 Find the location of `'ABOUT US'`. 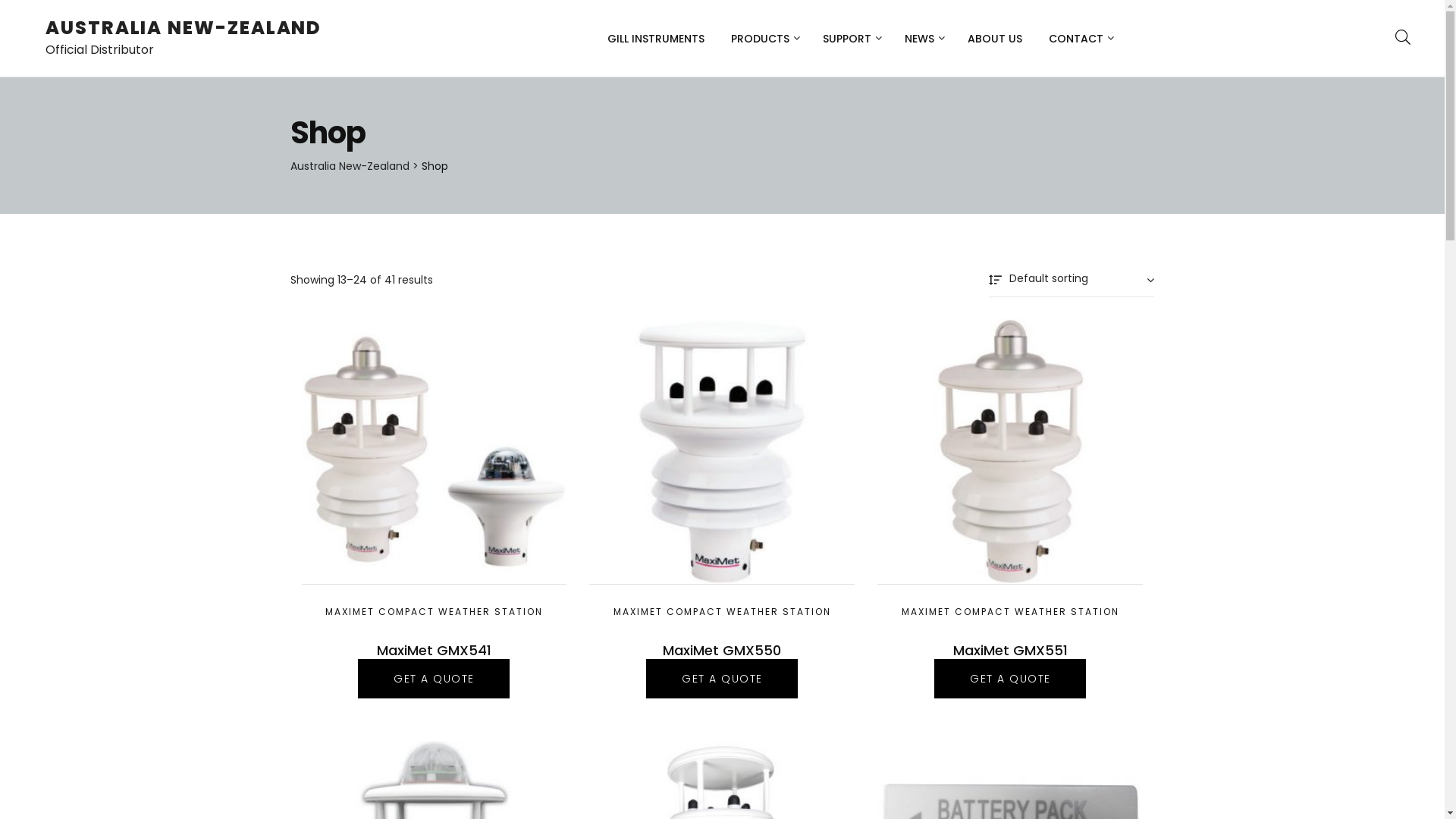

'ABOUT US' is located at coordinates (967, 37).